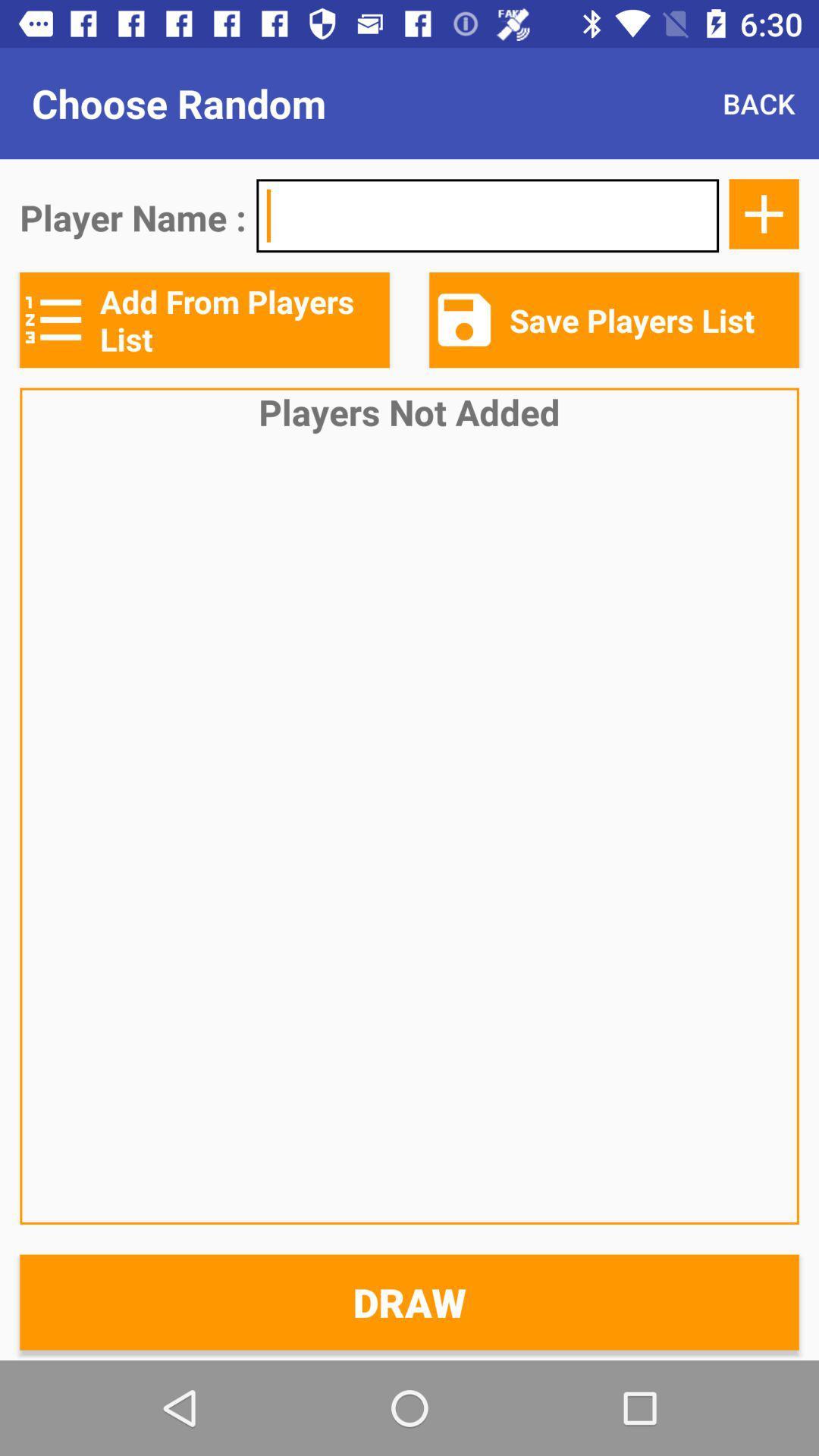  What do you see at coordinates (764, 213) in the screenshot?
I see `a player name` at bounding box center [764, 213].